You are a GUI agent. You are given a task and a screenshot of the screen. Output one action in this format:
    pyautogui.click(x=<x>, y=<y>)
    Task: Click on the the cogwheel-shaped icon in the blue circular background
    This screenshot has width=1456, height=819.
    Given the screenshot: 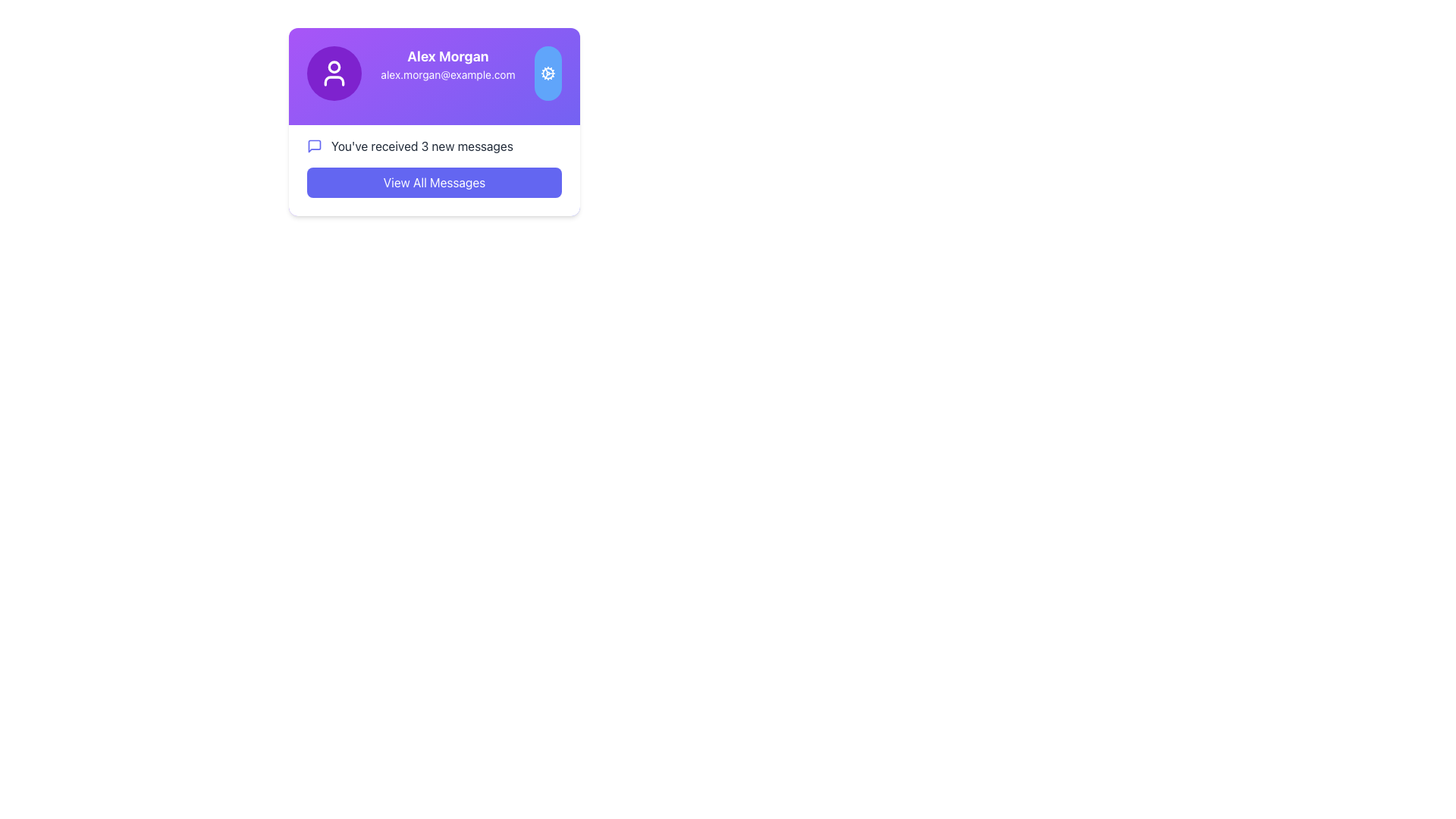 What is the action you would take?
    pyautogui.click(x=548, y=73)
    